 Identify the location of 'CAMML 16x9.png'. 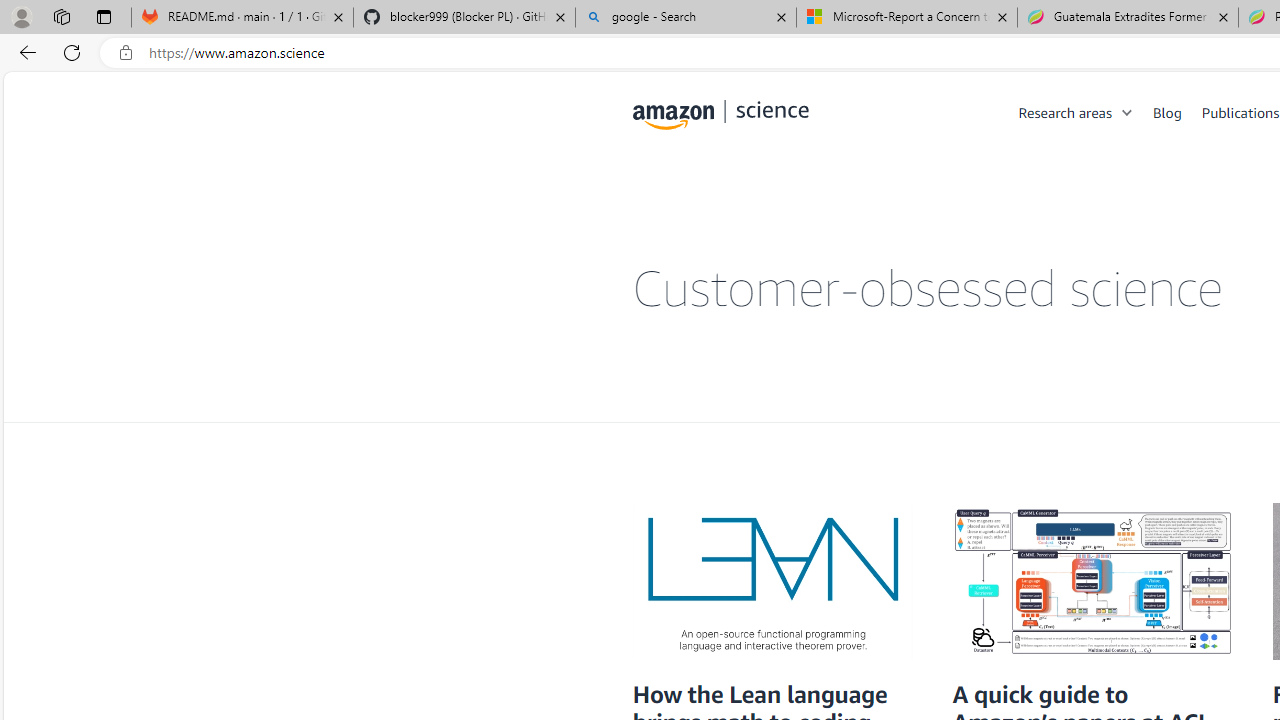
(1091, 581).